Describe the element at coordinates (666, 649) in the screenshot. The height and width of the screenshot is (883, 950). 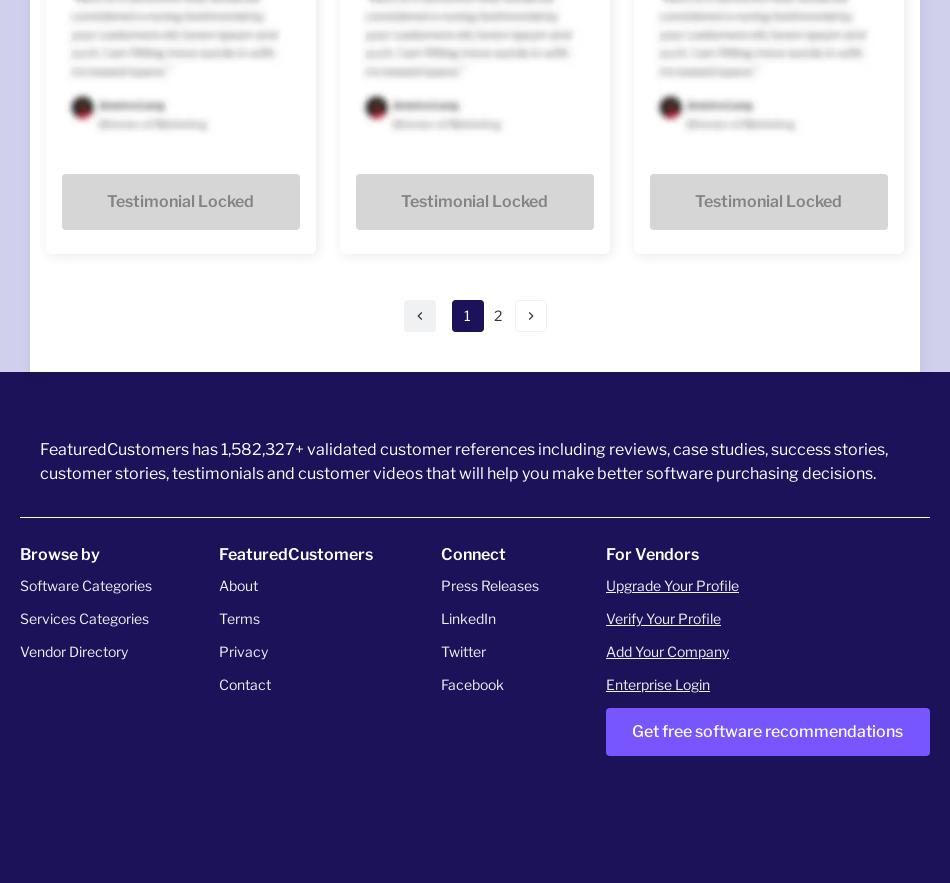
I see `'Add Your Company'` at that location.